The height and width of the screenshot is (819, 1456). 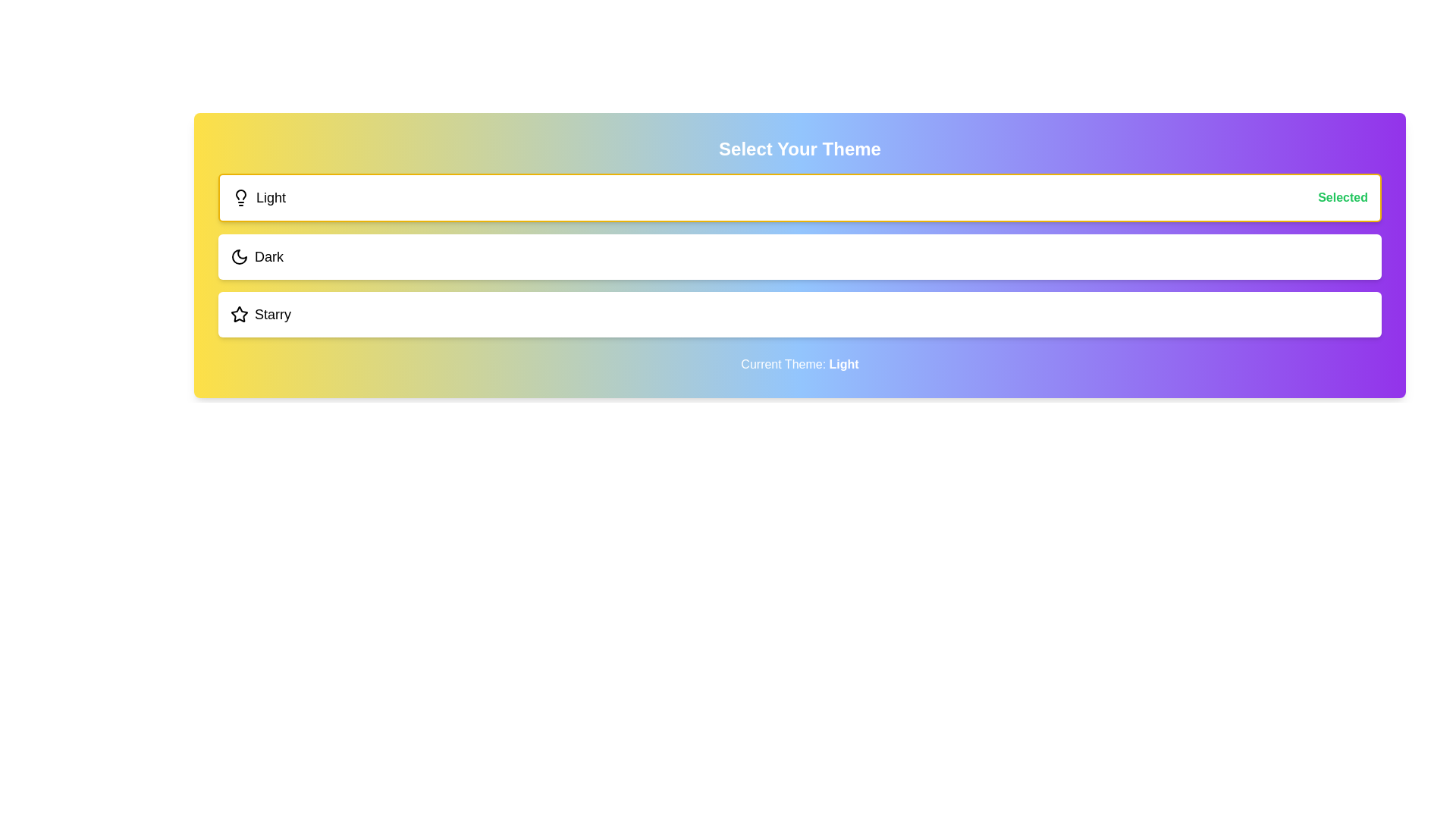 What do you see at coordinates (799, 314) in the screenshot?
I see `the theme option Starry to observe the visual change` at bounding box center [799, 314].